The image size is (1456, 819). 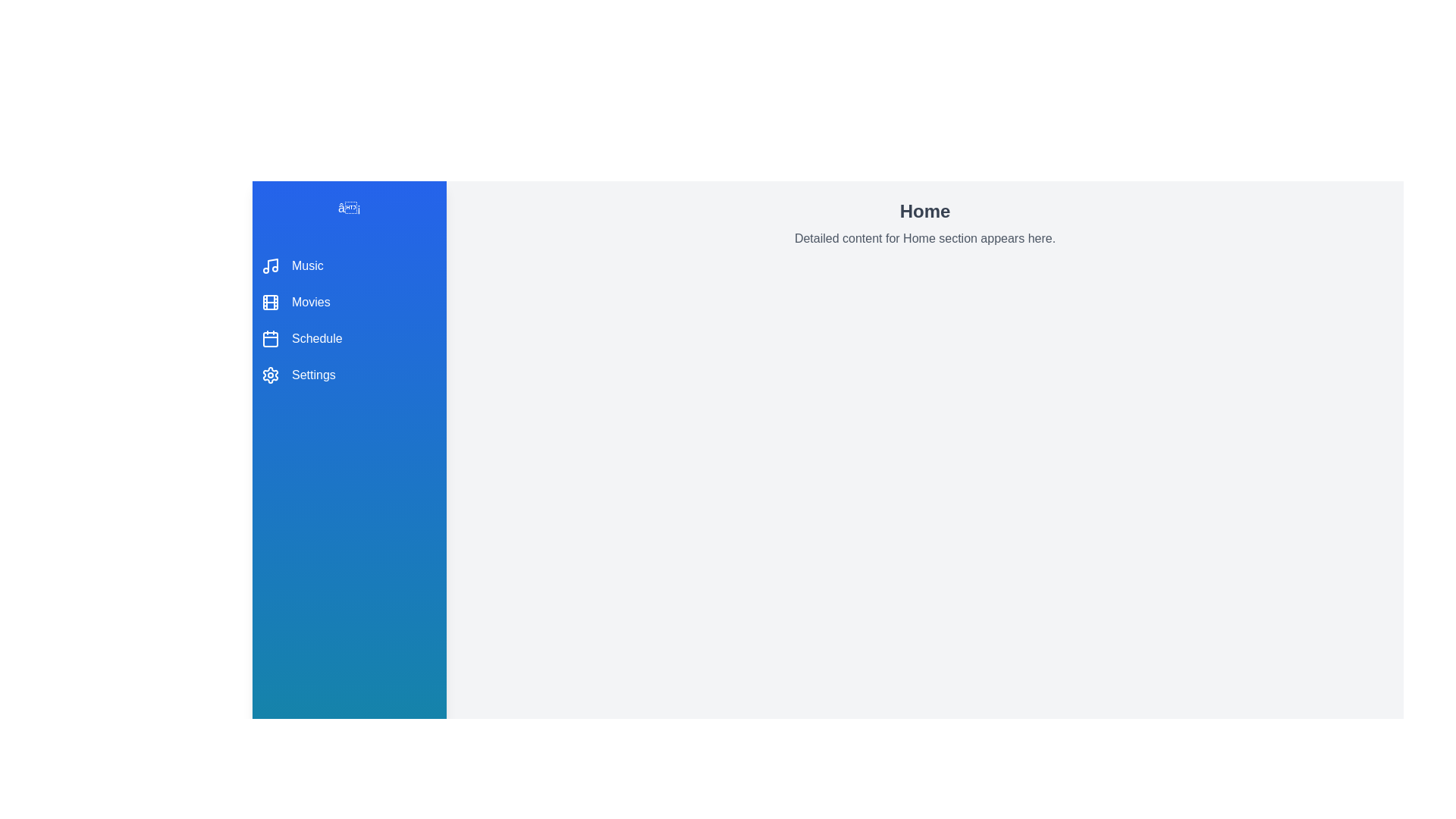 What do you see at coordinates (348, 208) in the screenshot?
I see `the toggle button to toggle the menu visibility` at bounding box center [348, 208].